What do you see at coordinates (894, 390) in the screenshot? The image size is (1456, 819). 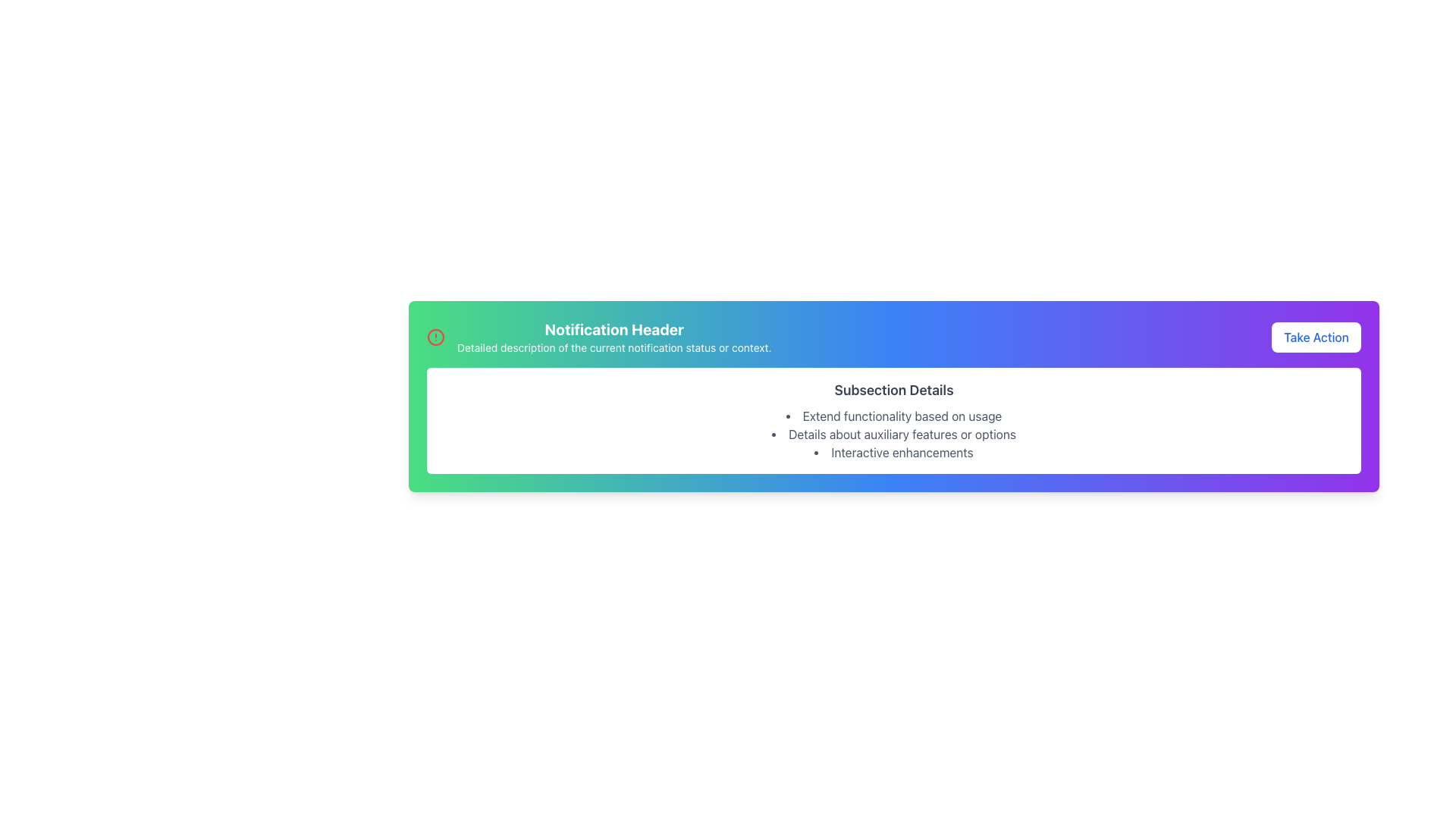 I see `text from the header Text Label that provides context for the subsection below it, which is centrally aligned at the top of a white card with rounded corners` at bounding box center [894, 390].